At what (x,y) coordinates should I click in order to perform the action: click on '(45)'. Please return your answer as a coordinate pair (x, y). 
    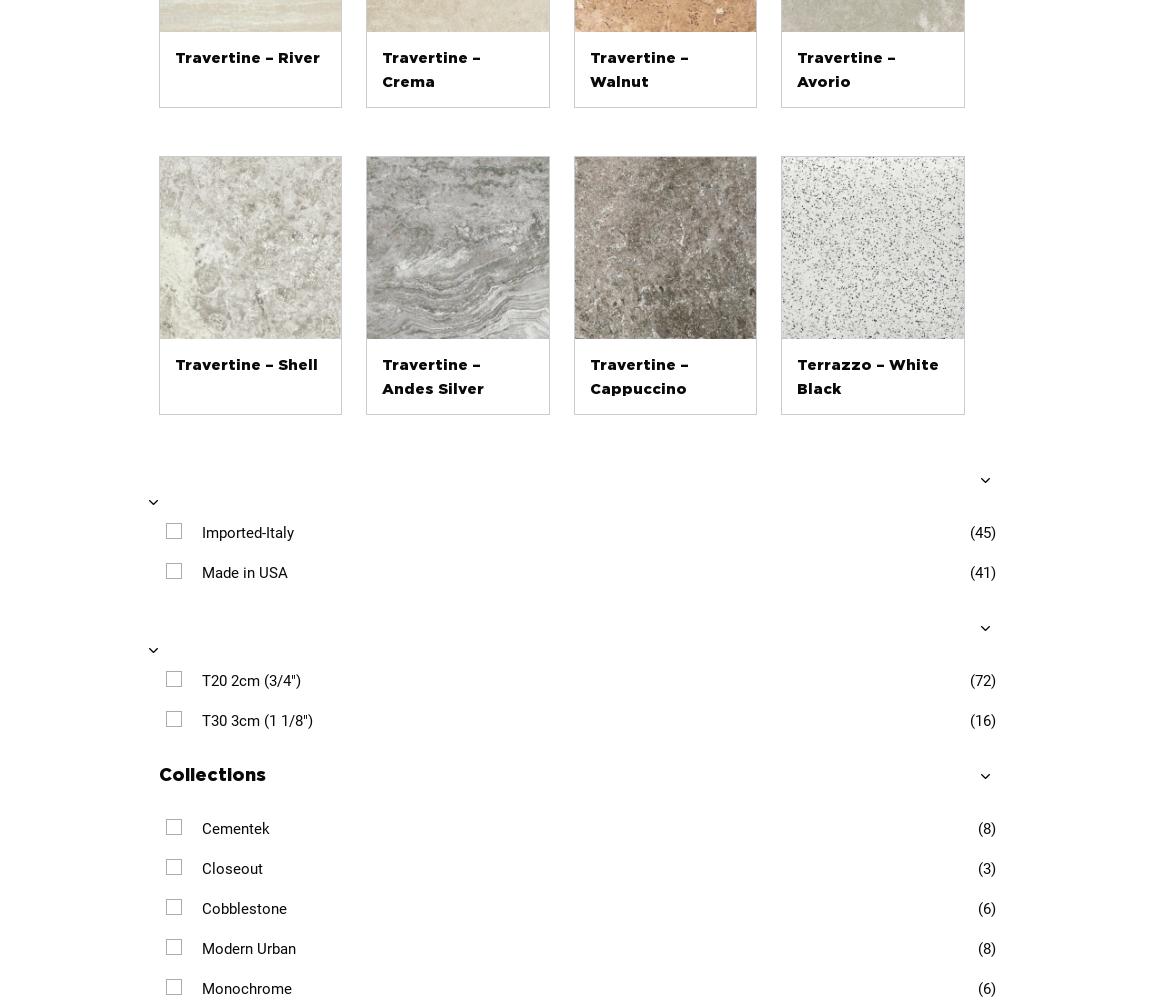
    Looking at the image, I should click on (970, 530).